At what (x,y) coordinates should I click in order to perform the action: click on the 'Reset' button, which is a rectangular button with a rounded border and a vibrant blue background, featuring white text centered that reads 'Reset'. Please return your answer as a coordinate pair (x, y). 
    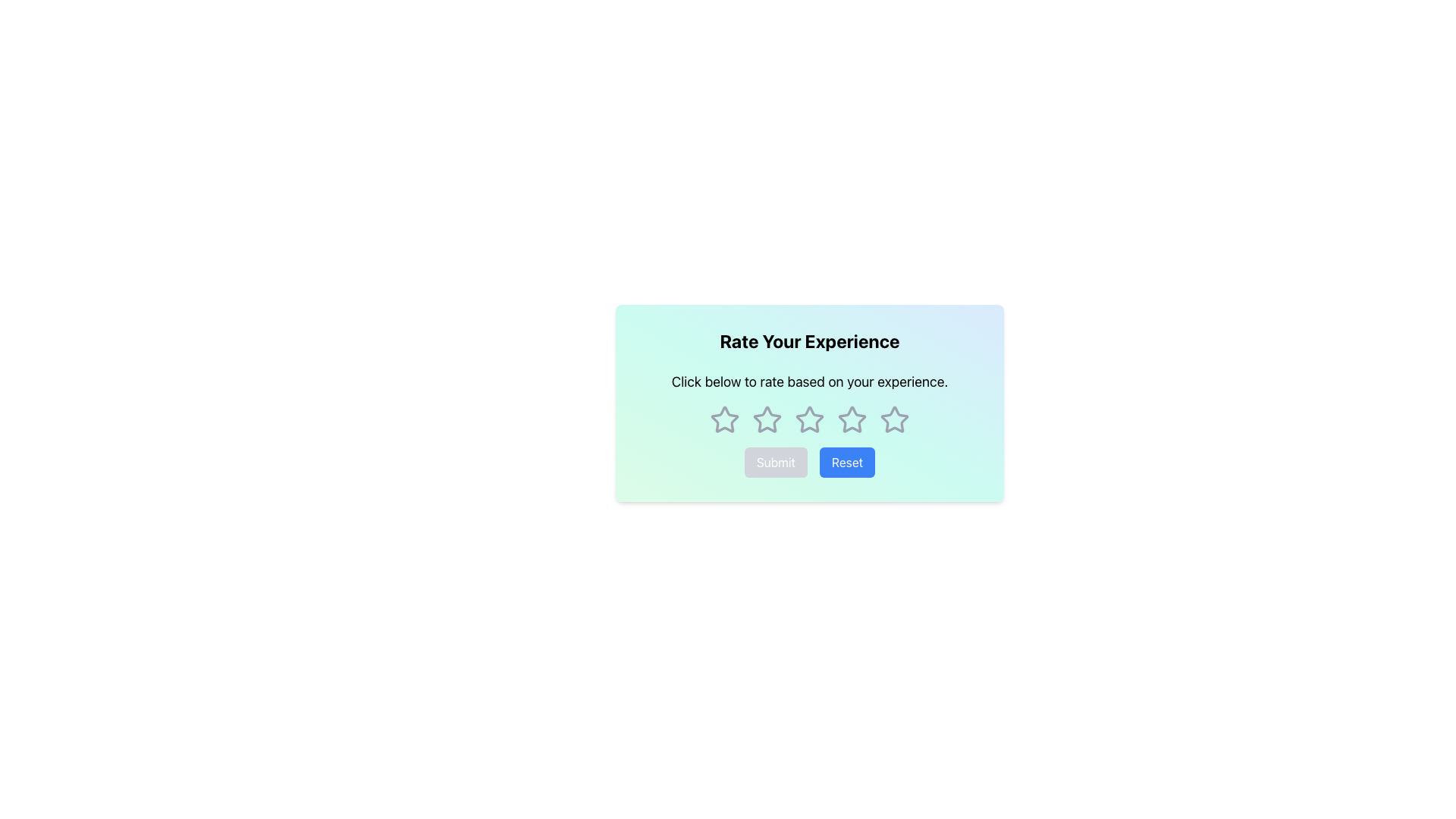
    Looking at the image, I should click on (846, 461).